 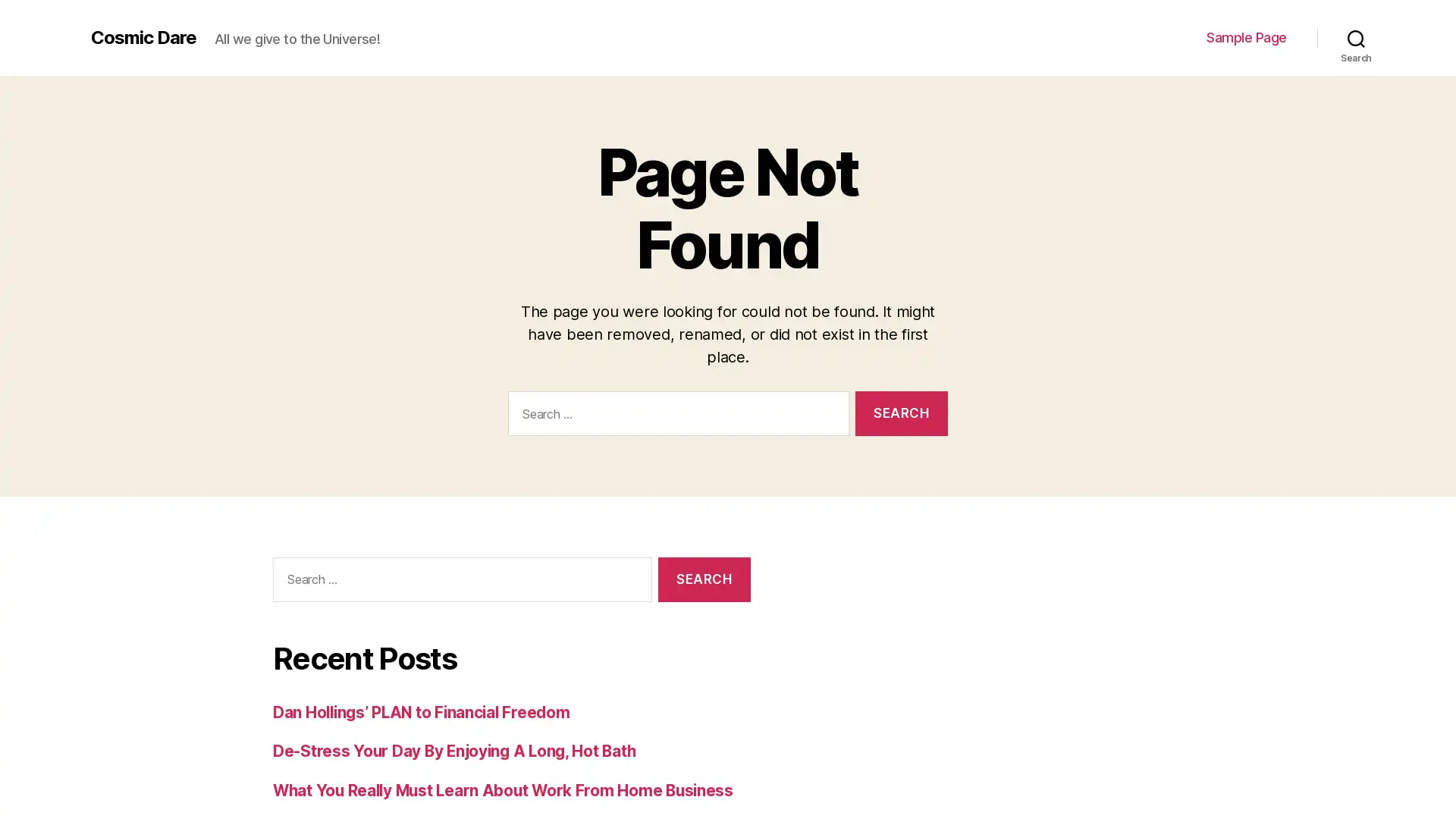 What do you see at coordinates (901, 413) in the screenshot?
I see `Search` at bounding box center [901, 413].